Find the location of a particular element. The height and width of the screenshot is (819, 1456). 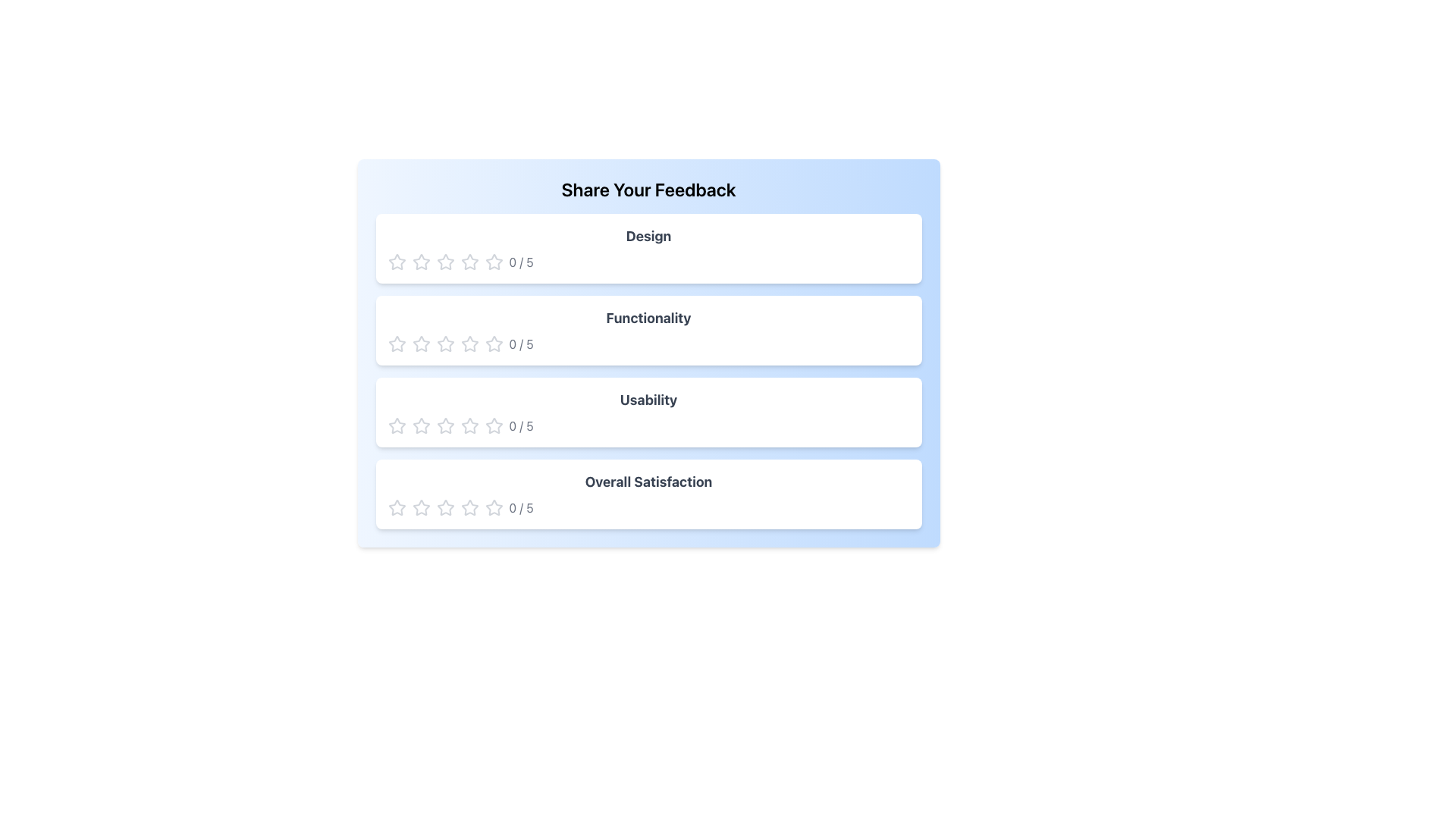

the fourth interactive star icon in the five-star rating system is located at coordinates (494, 344).